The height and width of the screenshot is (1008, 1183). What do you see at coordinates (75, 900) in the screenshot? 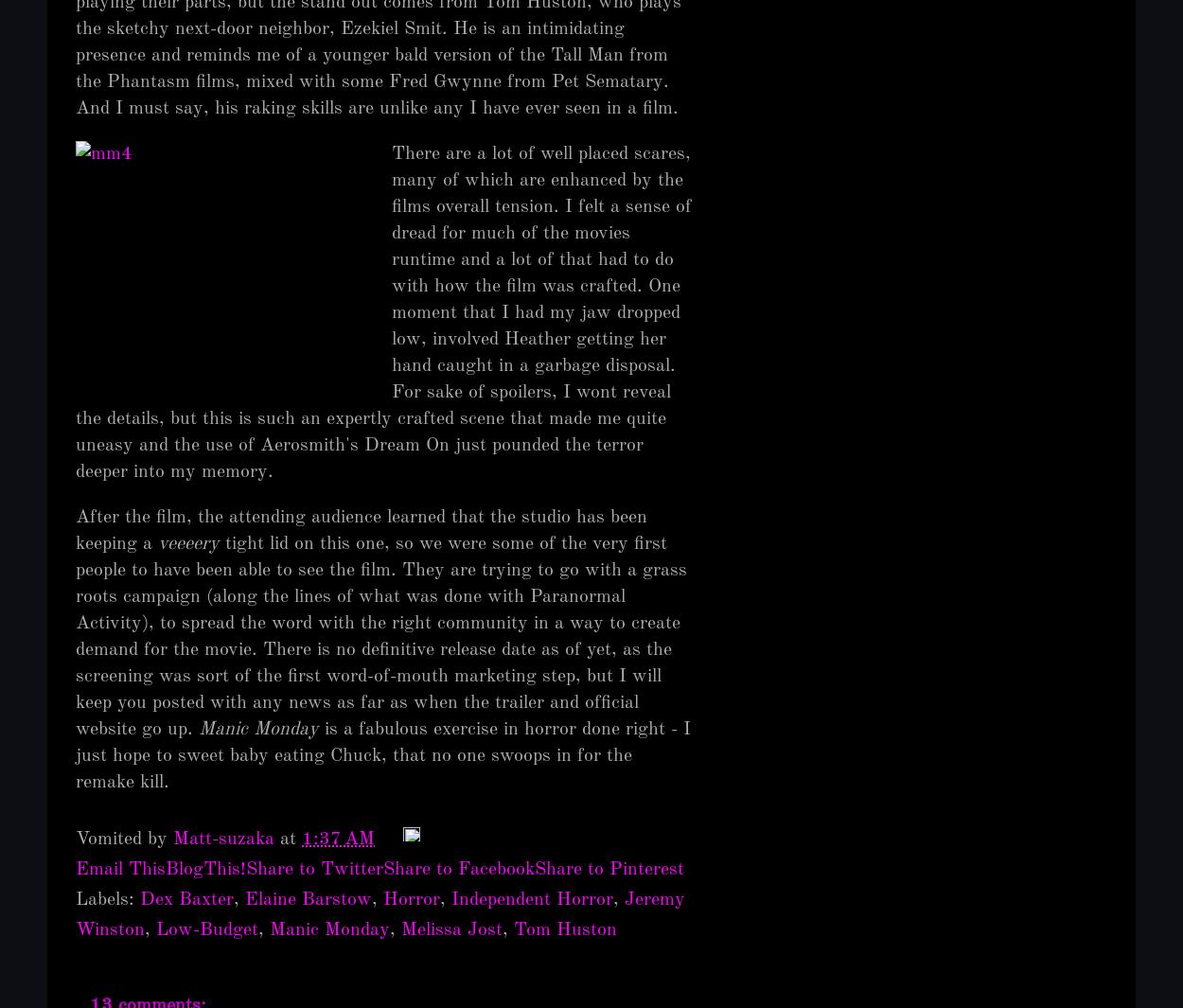
I see `'Labels:'` at bounding box center [75, 900].